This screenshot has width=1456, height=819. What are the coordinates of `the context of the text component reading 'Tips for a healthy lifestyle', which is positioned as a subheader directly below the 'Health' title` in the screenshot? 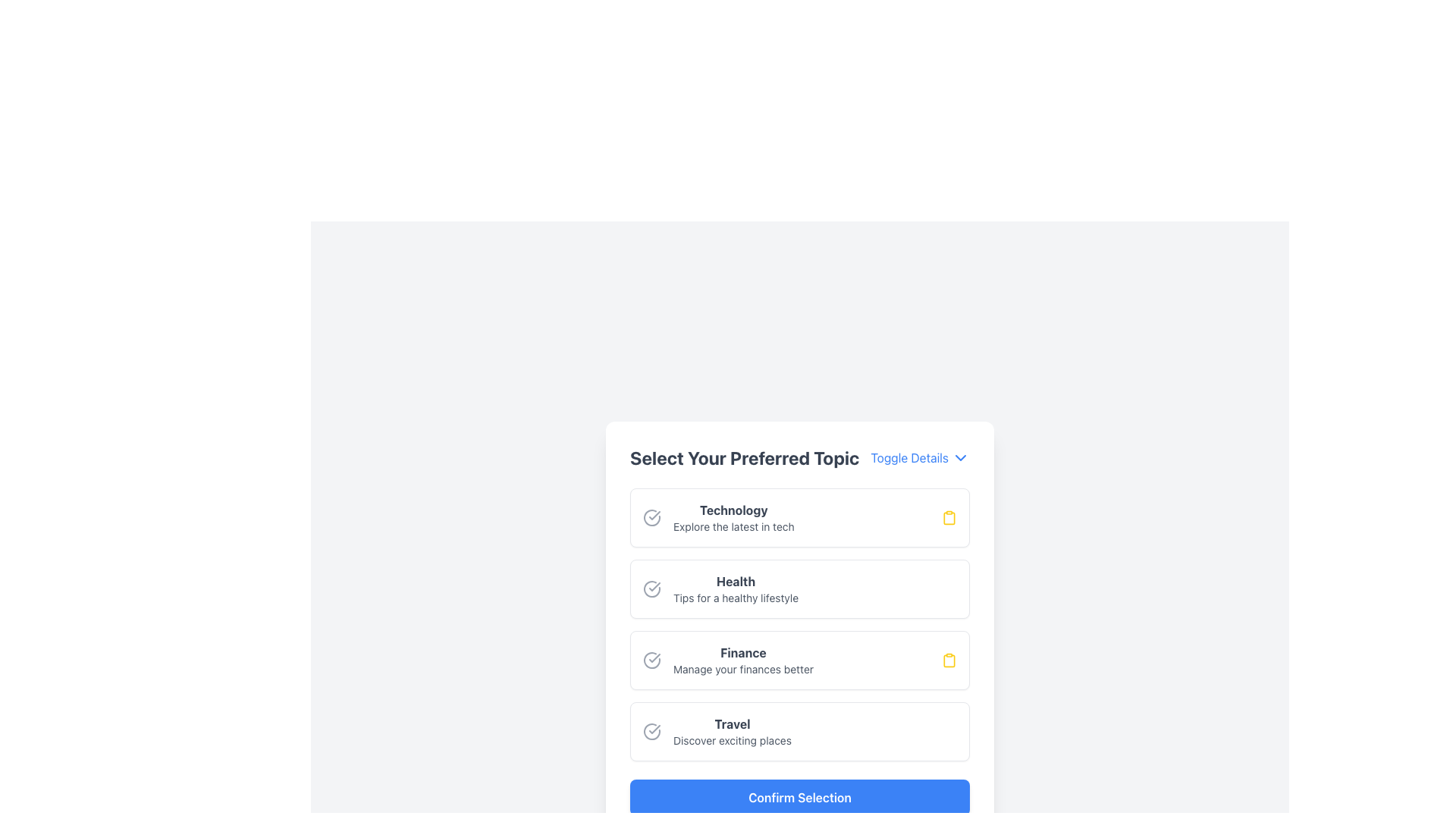 It's located at (736, 598).